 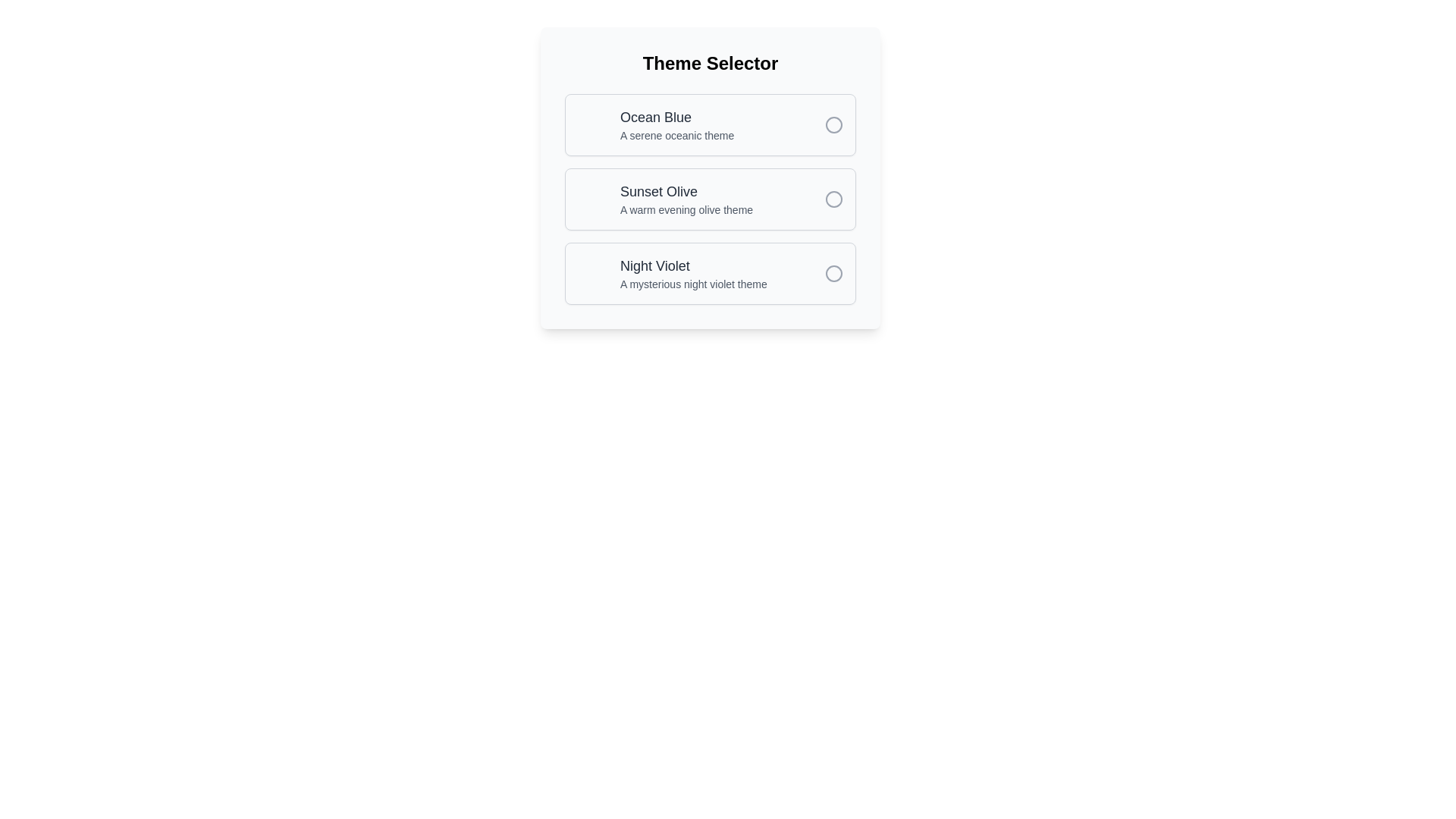 What do you see at coordinates (709, 124) in the screenshot?
I see `the selectable card with the radio button` at bounding box center [709, 124].